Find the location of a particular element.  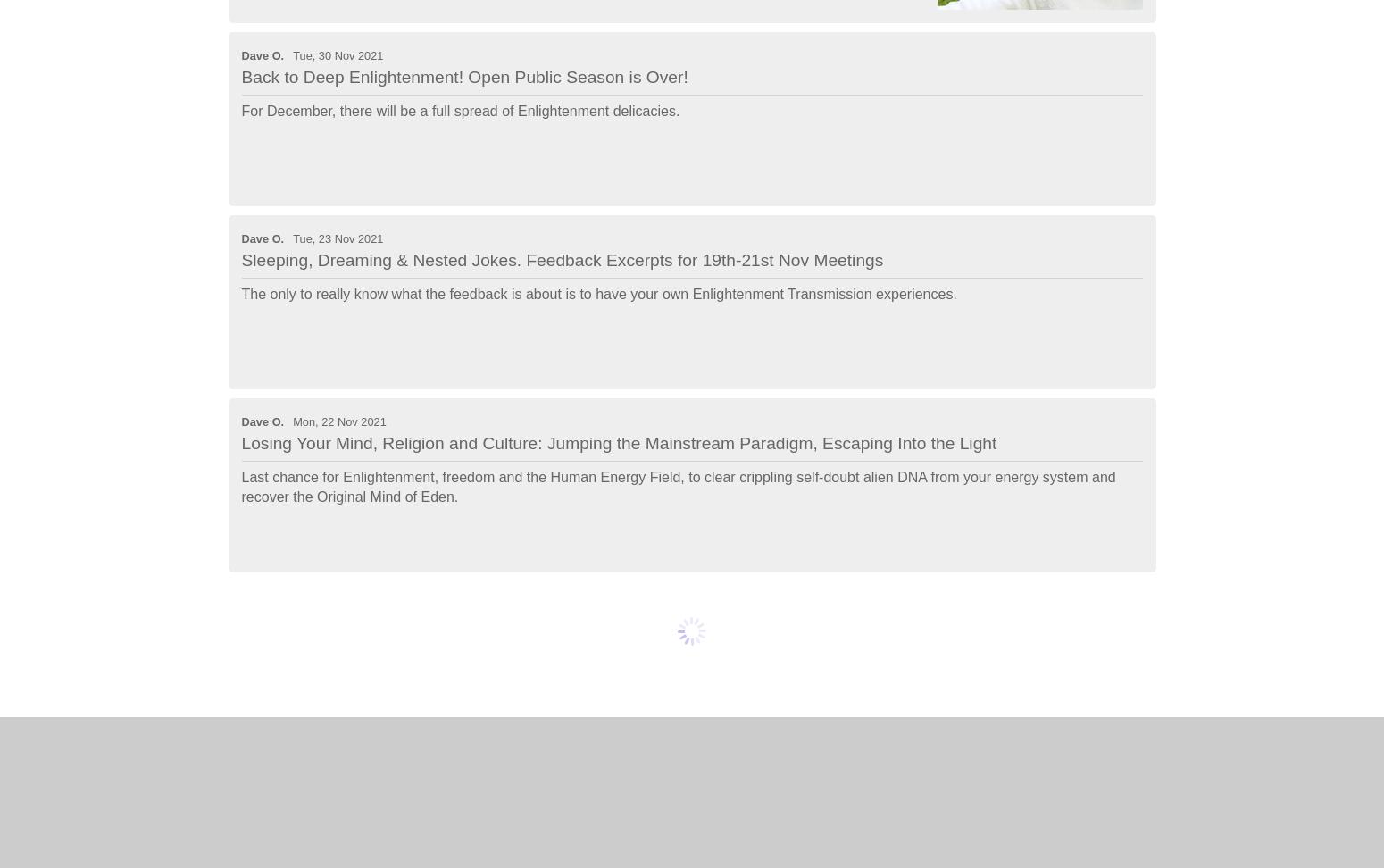

'Back to Deep Enlightenment! Open Public Season is Over!' is located at coordinates (463, 75).